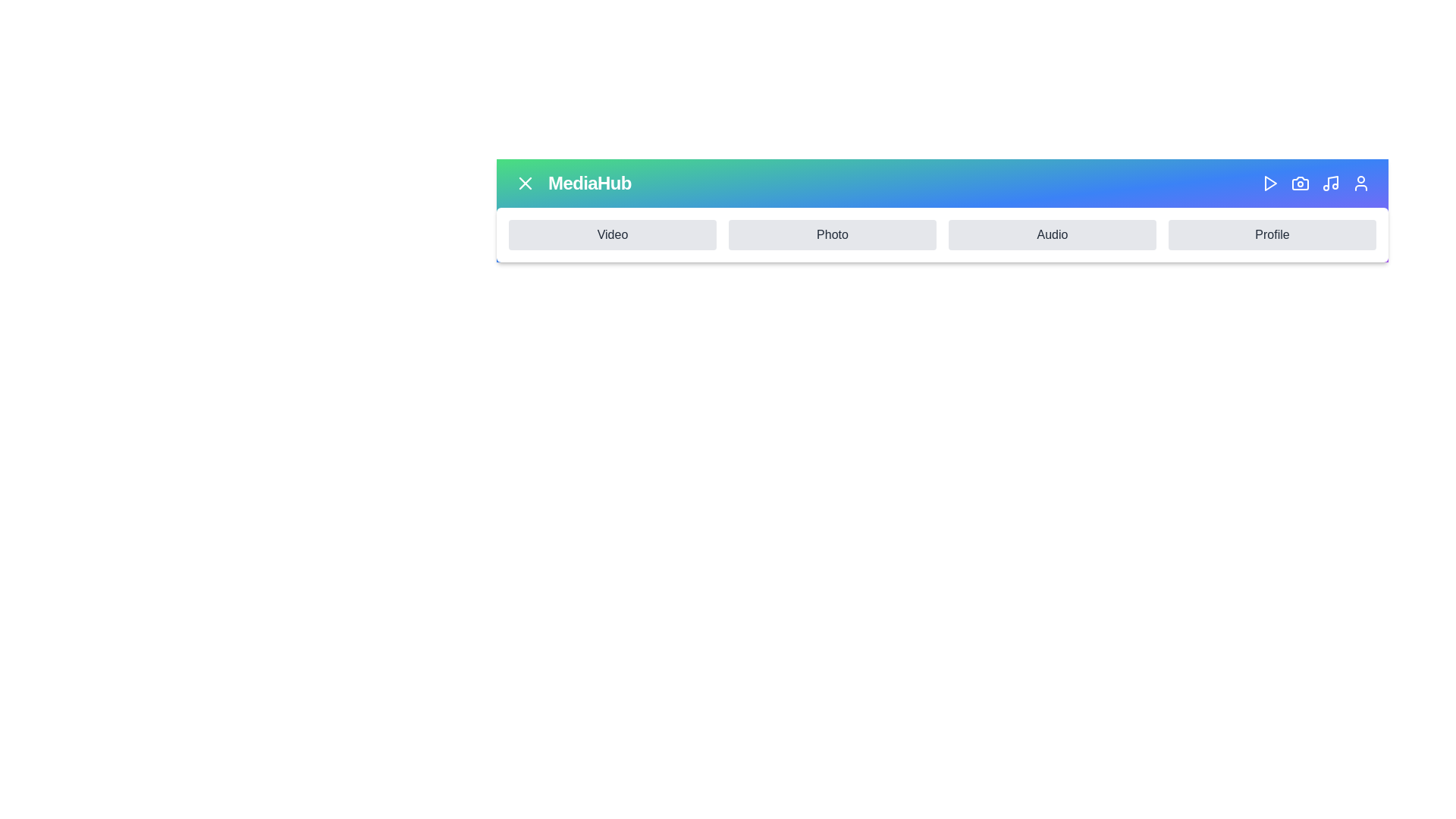  Describe the element at coordinates (1051, 234) in the screenshot. I see `the navigation item Audio by clicking on its respective button` at that location.